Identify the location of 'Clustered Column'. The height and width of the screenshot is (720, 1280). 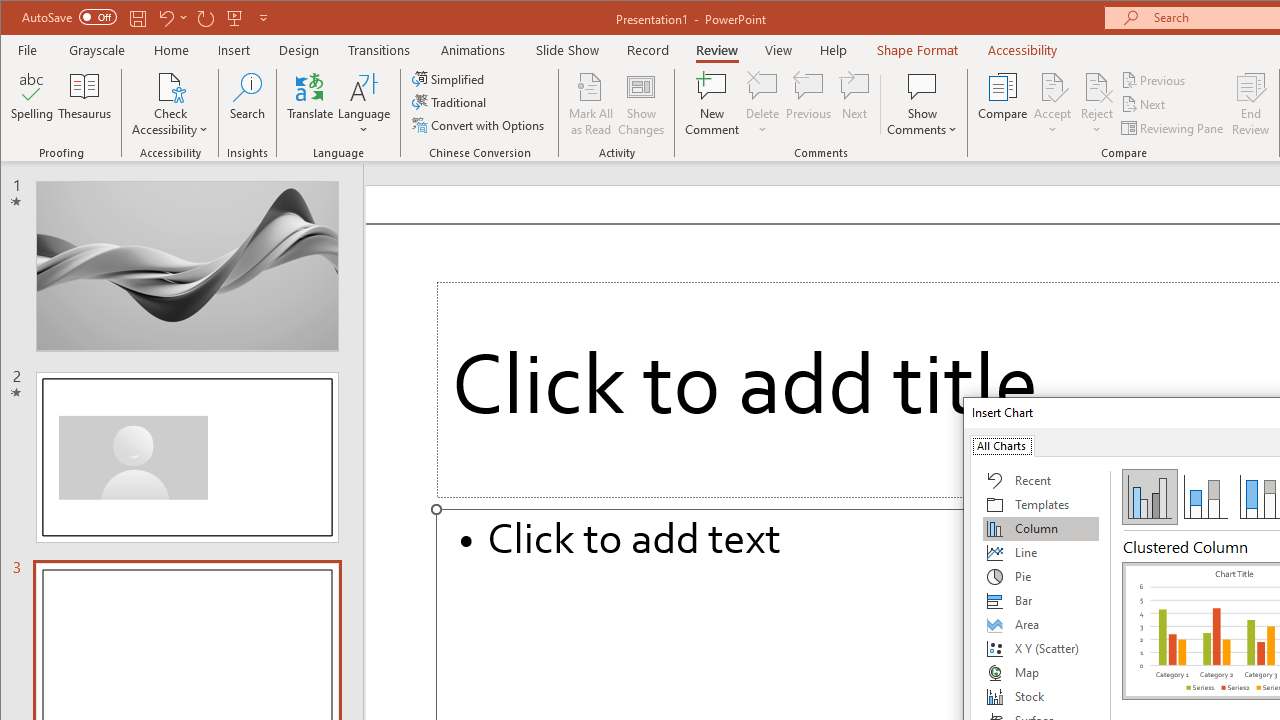
(1150, 495).